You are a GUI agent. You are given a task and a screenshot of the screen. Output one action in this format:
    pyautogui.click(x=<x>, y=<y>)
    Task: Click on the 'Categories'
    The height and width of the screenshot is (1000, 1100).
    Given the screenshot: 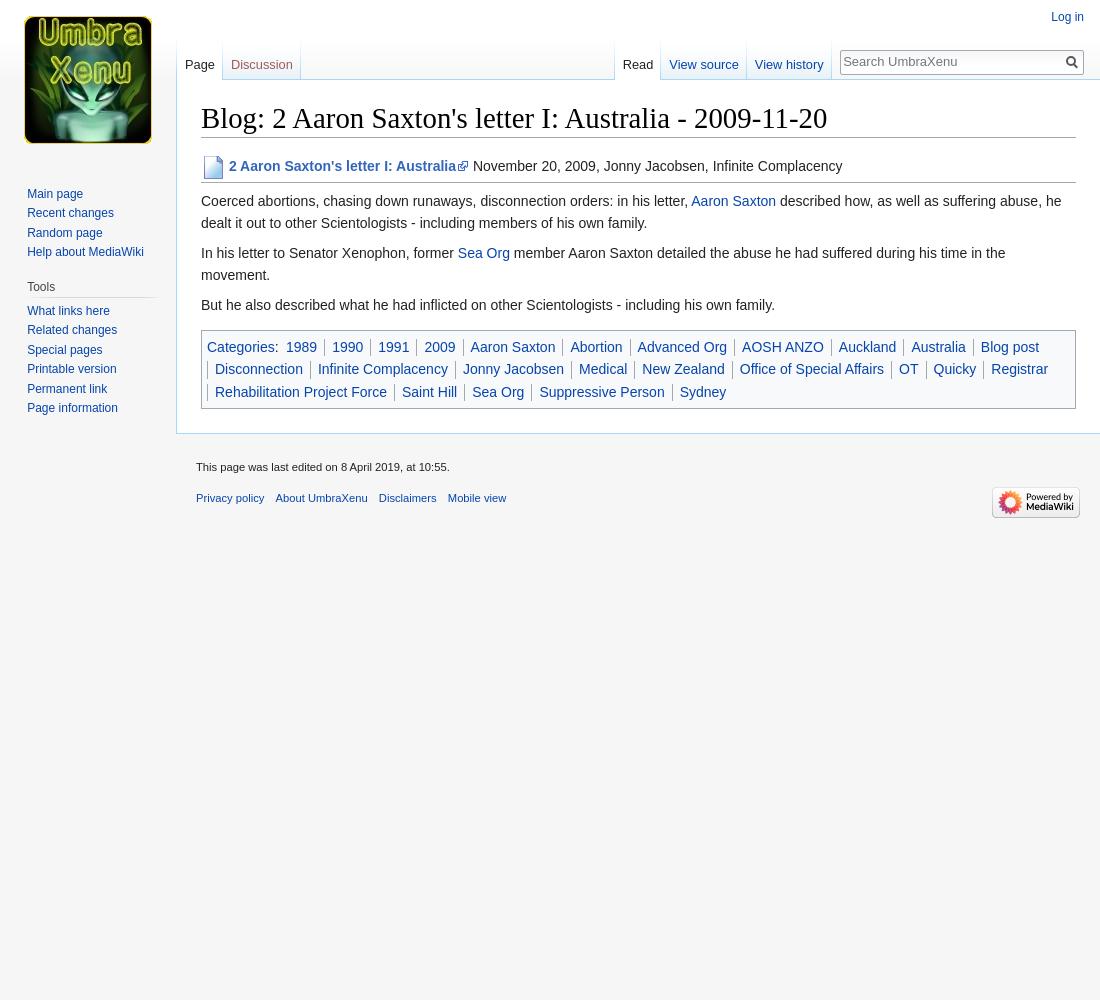 What is the action you would take?
    pyautogui.click(x=240, y=345)
    